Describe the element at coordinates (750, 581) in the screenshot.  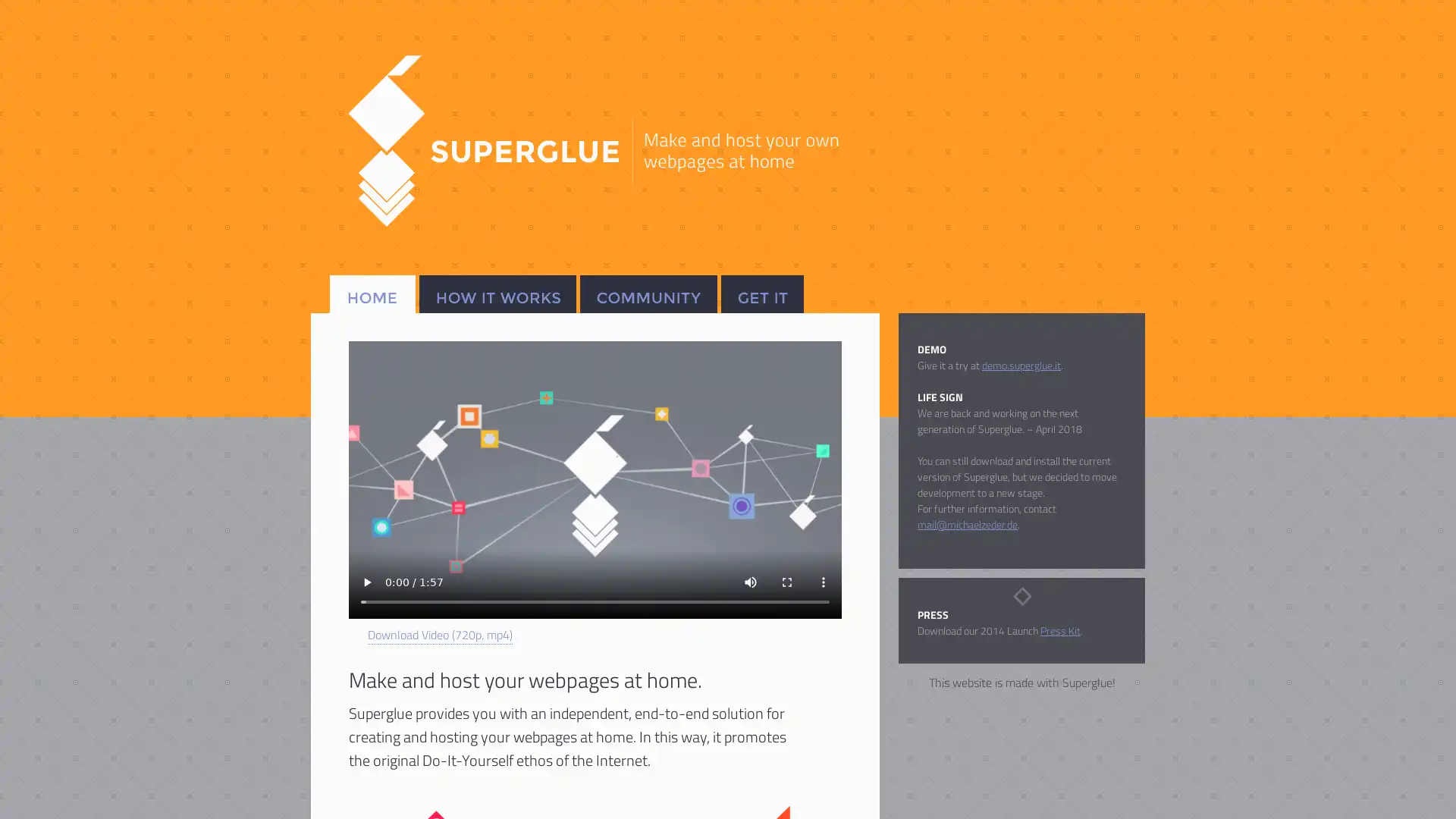
I see `mute` at that location.